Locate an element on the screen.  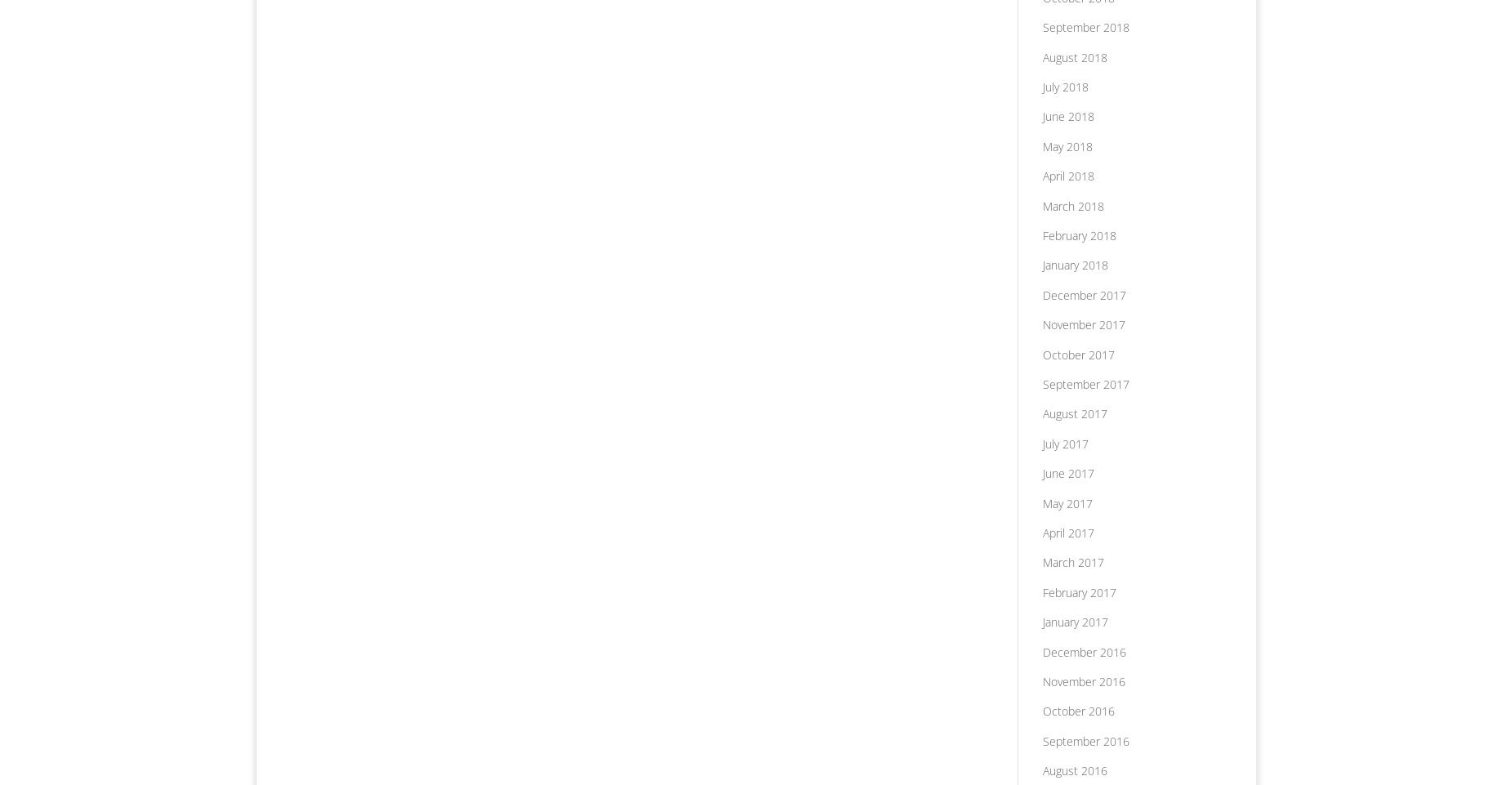
'January 2018' is located at coordinates (1073, 264).